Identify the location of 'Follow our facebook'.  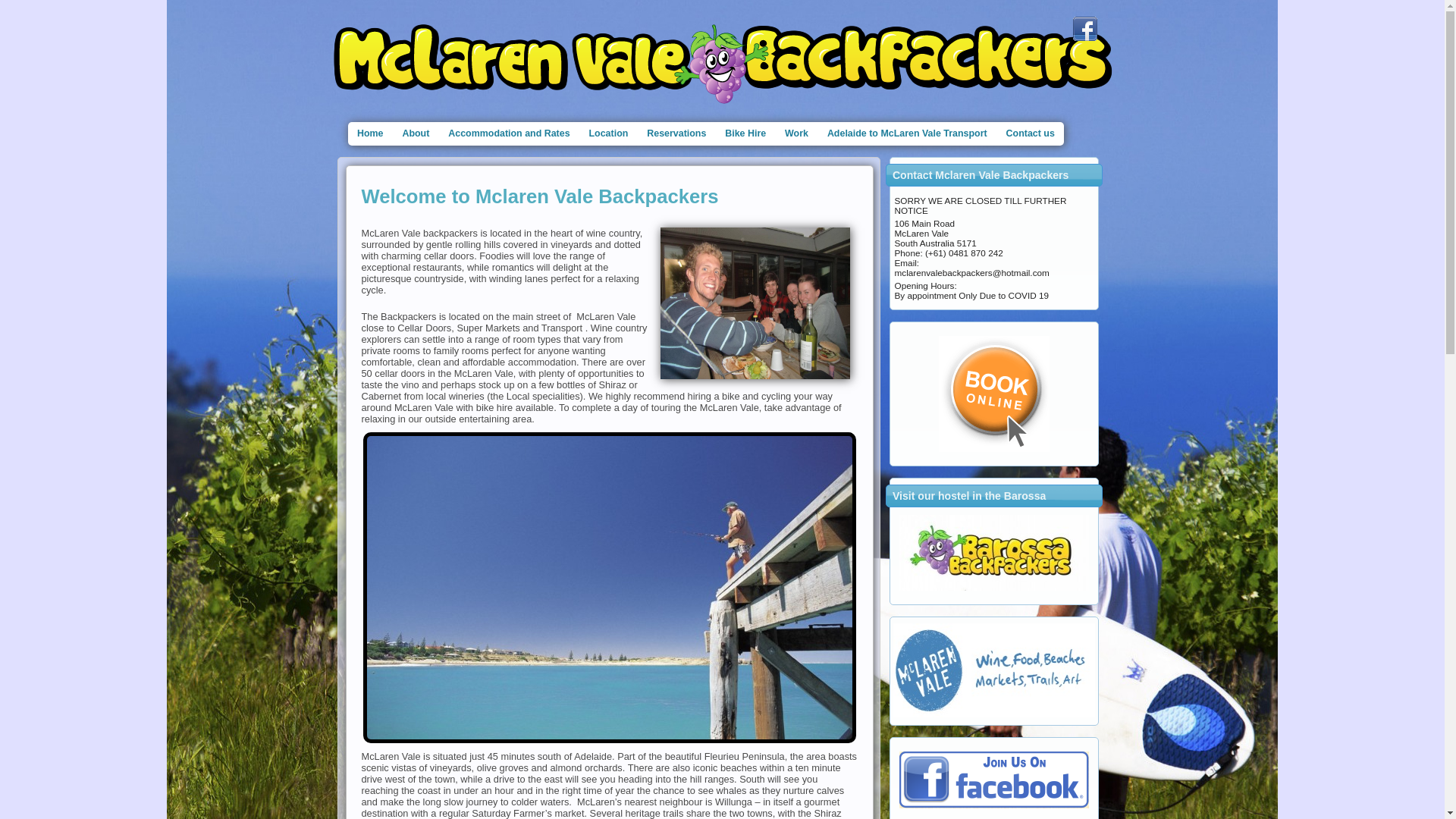
(1084, 29).